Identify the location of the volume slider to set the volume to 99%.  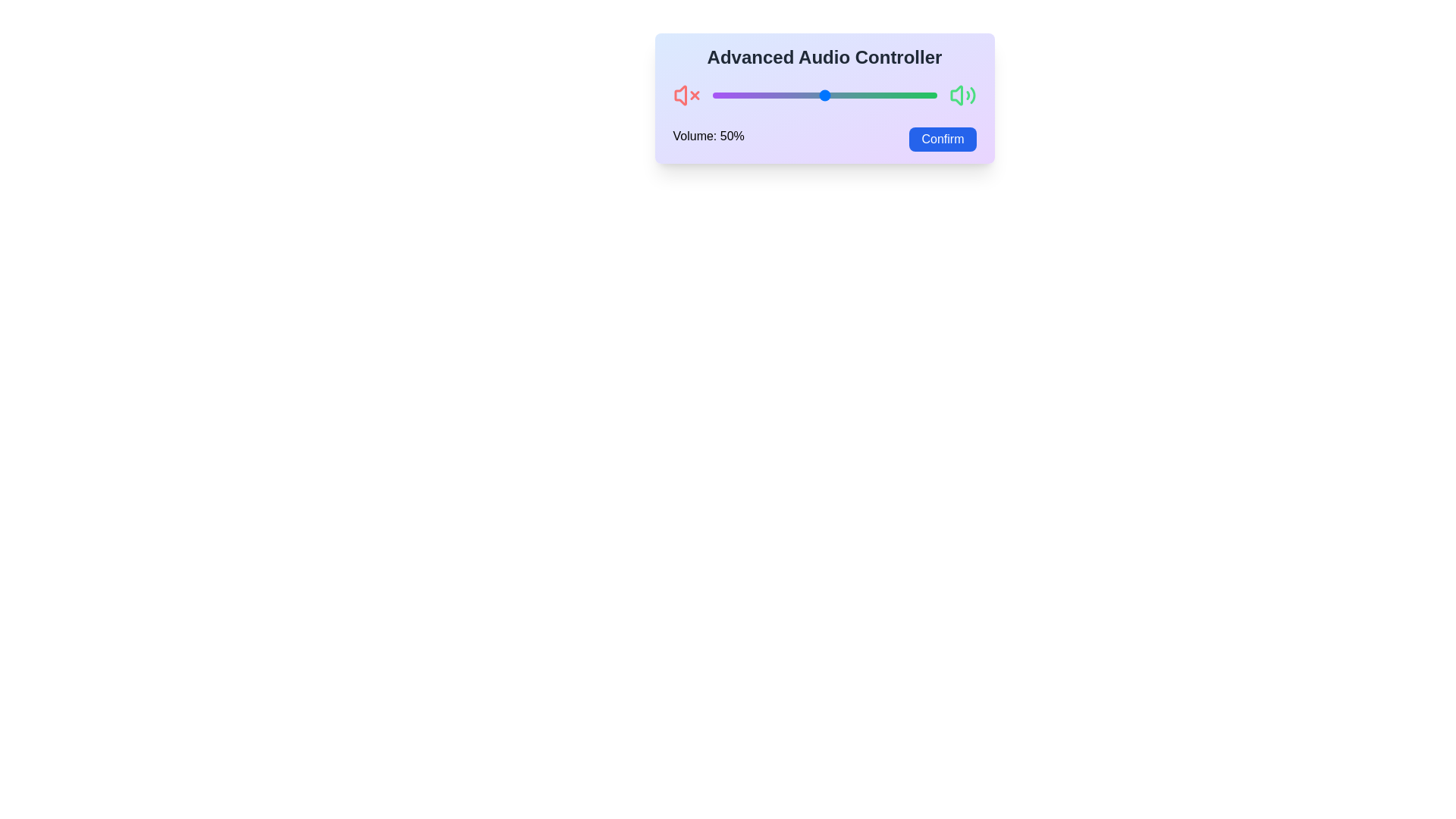
(934, 96).